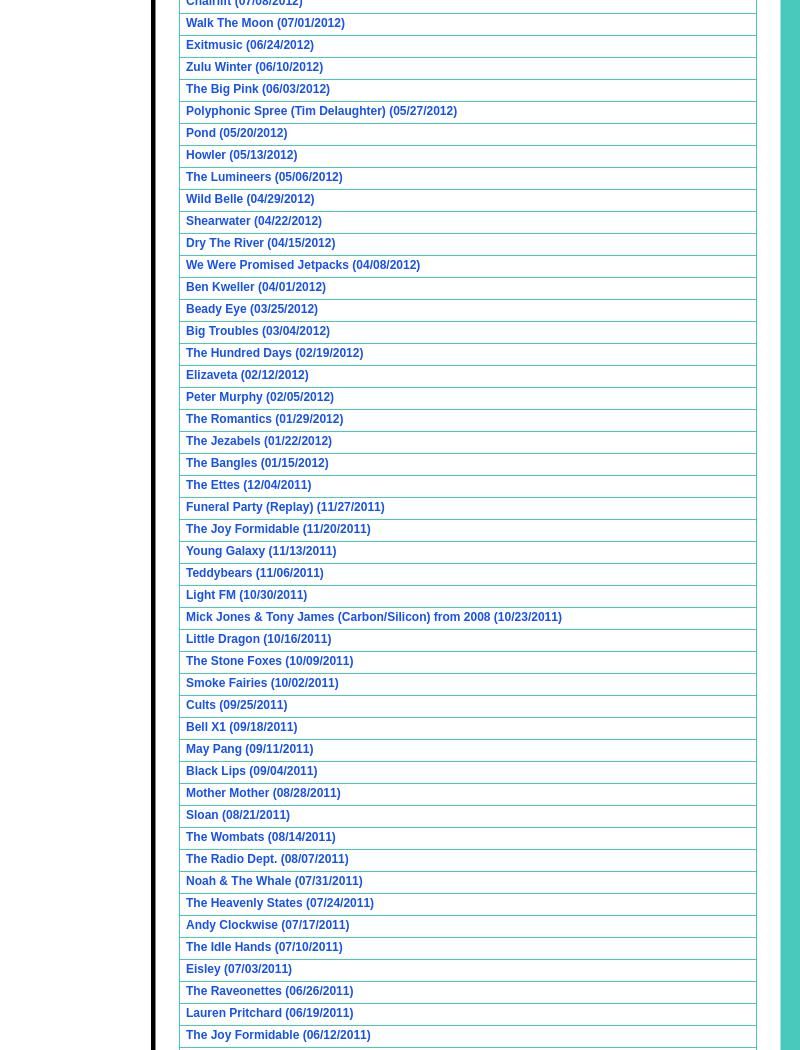 This screenshot has height=1050, width=800. Describe the element at coordinates (280, 903) in the screenshot. I see `'The Heavenly States (07/24/2011)'` at that location.